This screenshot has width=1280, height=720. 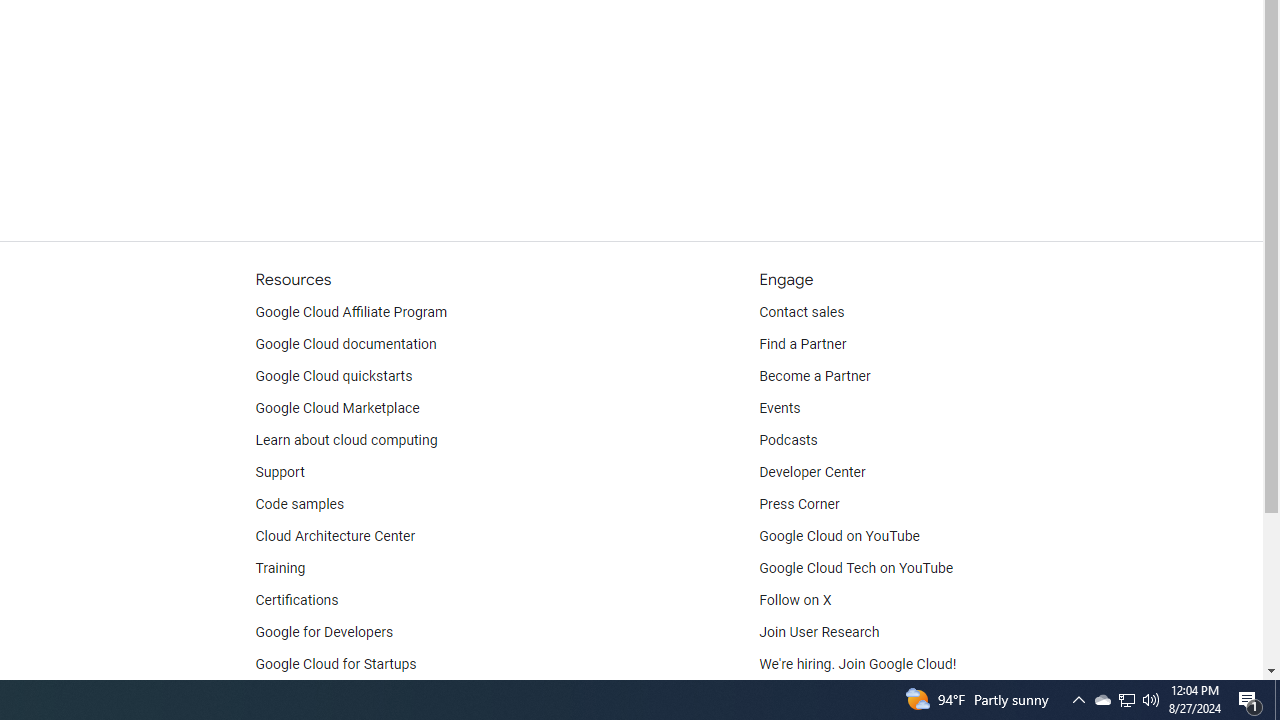 What do you see at coordinates (279, 568) in the screenshot?
I see `'Training'` at bounding box center [279, 568].